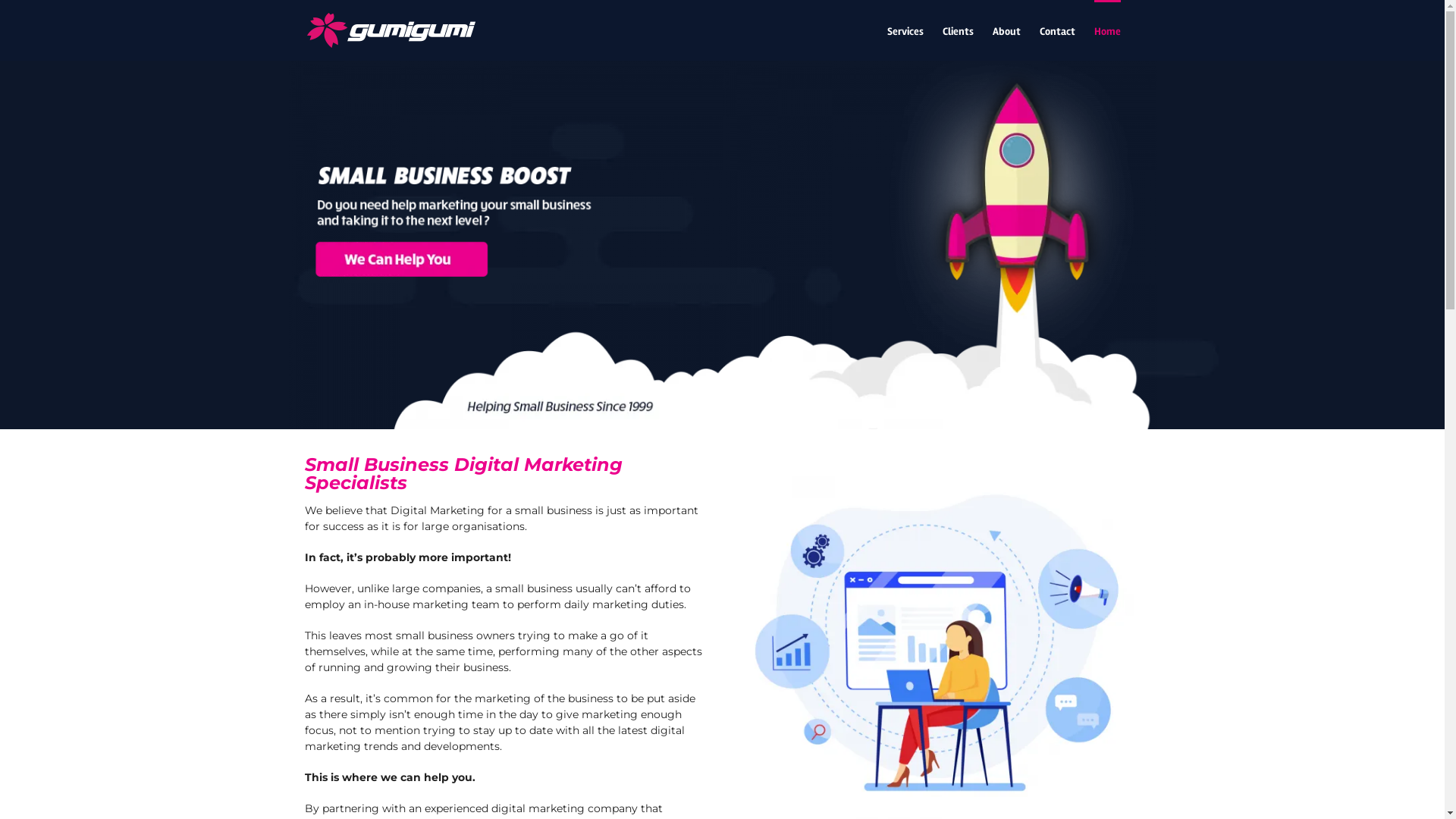 This screenshot has width=1456, height=819. I want to click on 'Contact', so click(1056, 30).